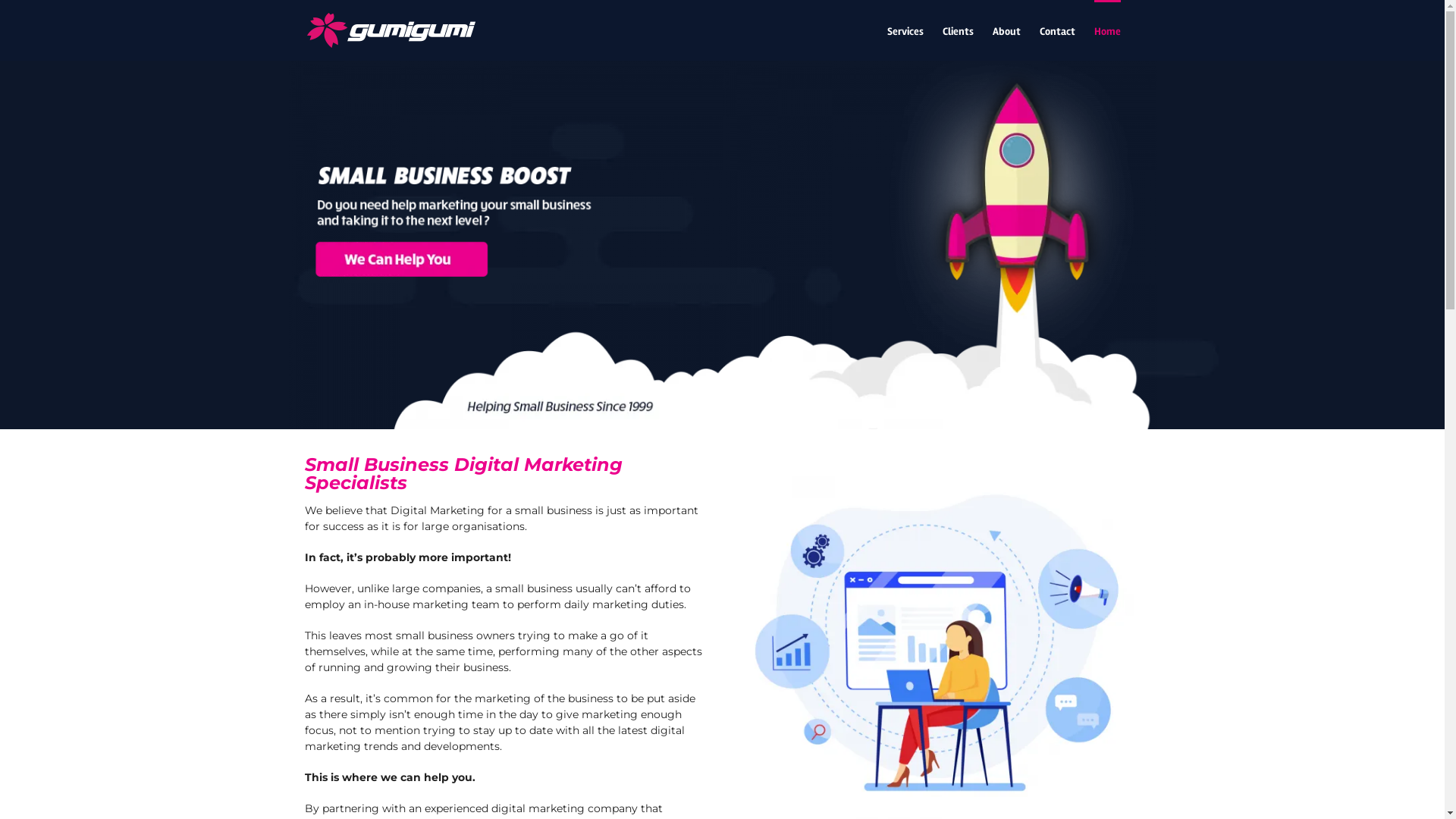 This screenshot has width=1456, height=819. I want to click on 'Contact', so click(1056, 30).